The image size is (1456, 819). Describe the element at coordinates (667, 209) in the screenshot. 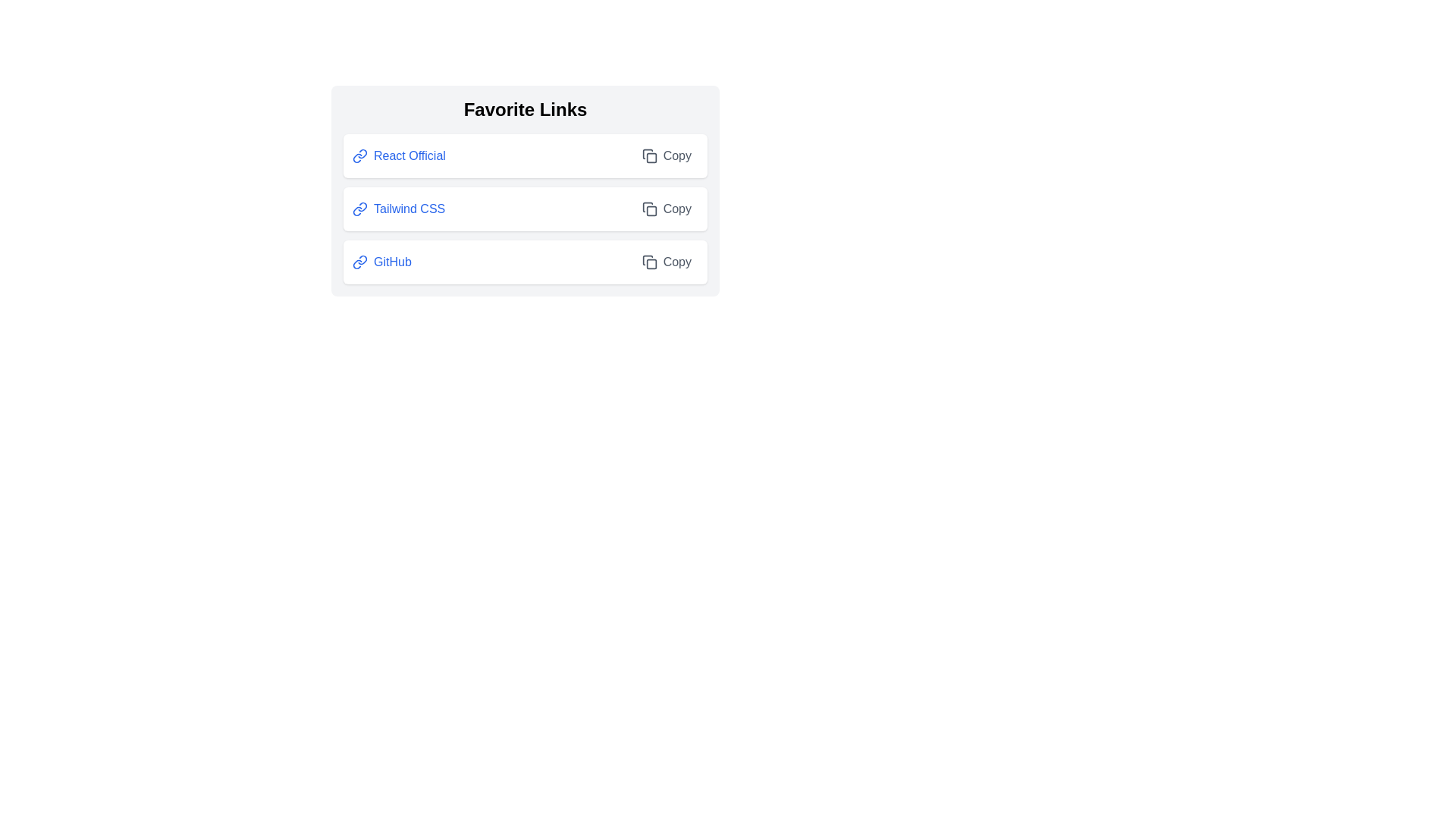

I see `the button that allows users to copy a related link associated with 'Tailwind CSS', positioned to the right of the text in the second row of 'Favorite Links'` at that location.